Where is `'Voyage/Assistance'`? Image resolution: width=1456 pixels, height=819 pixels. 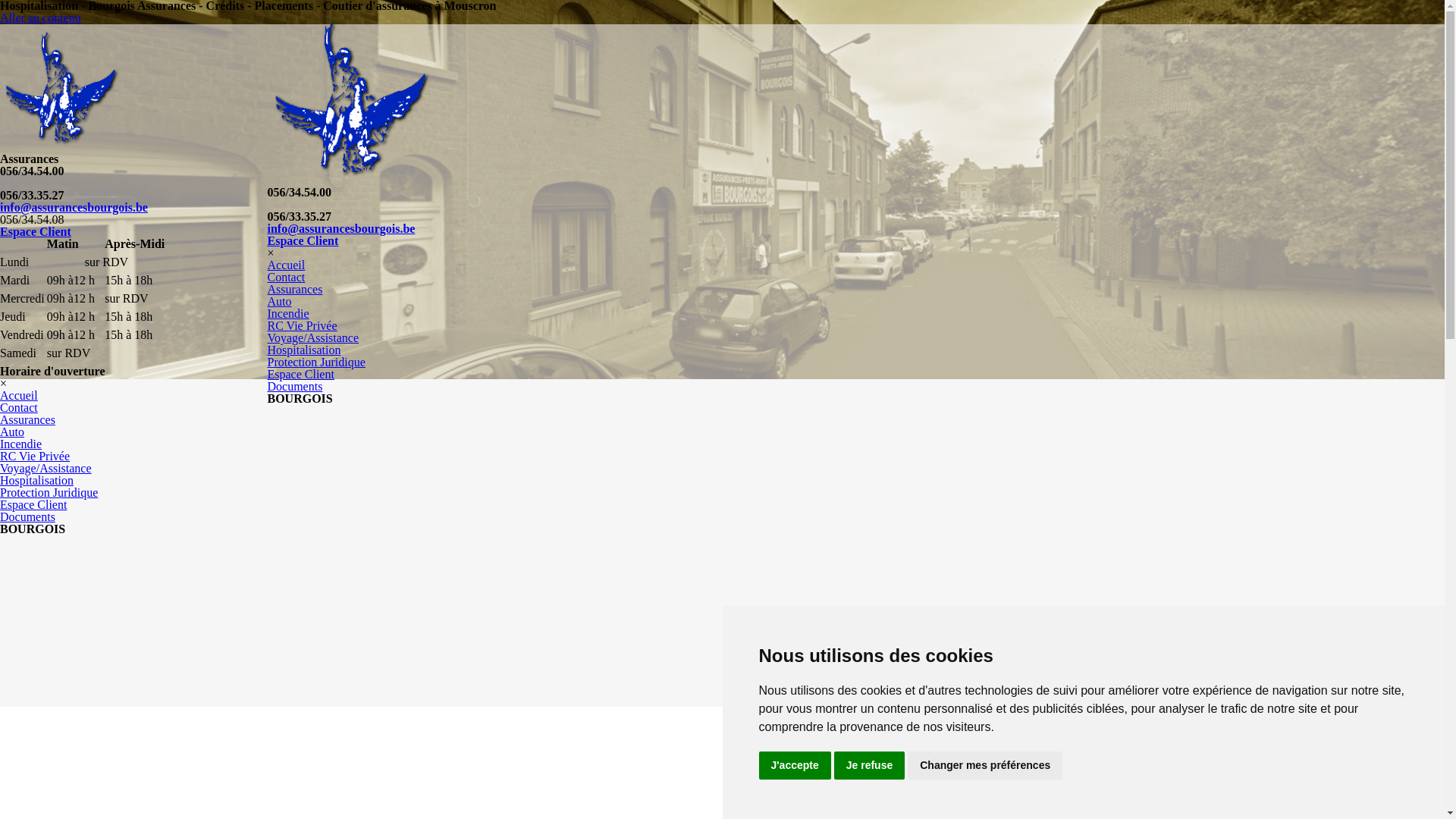 'Voyage/Assistance' is located at coordinates (45, 467).